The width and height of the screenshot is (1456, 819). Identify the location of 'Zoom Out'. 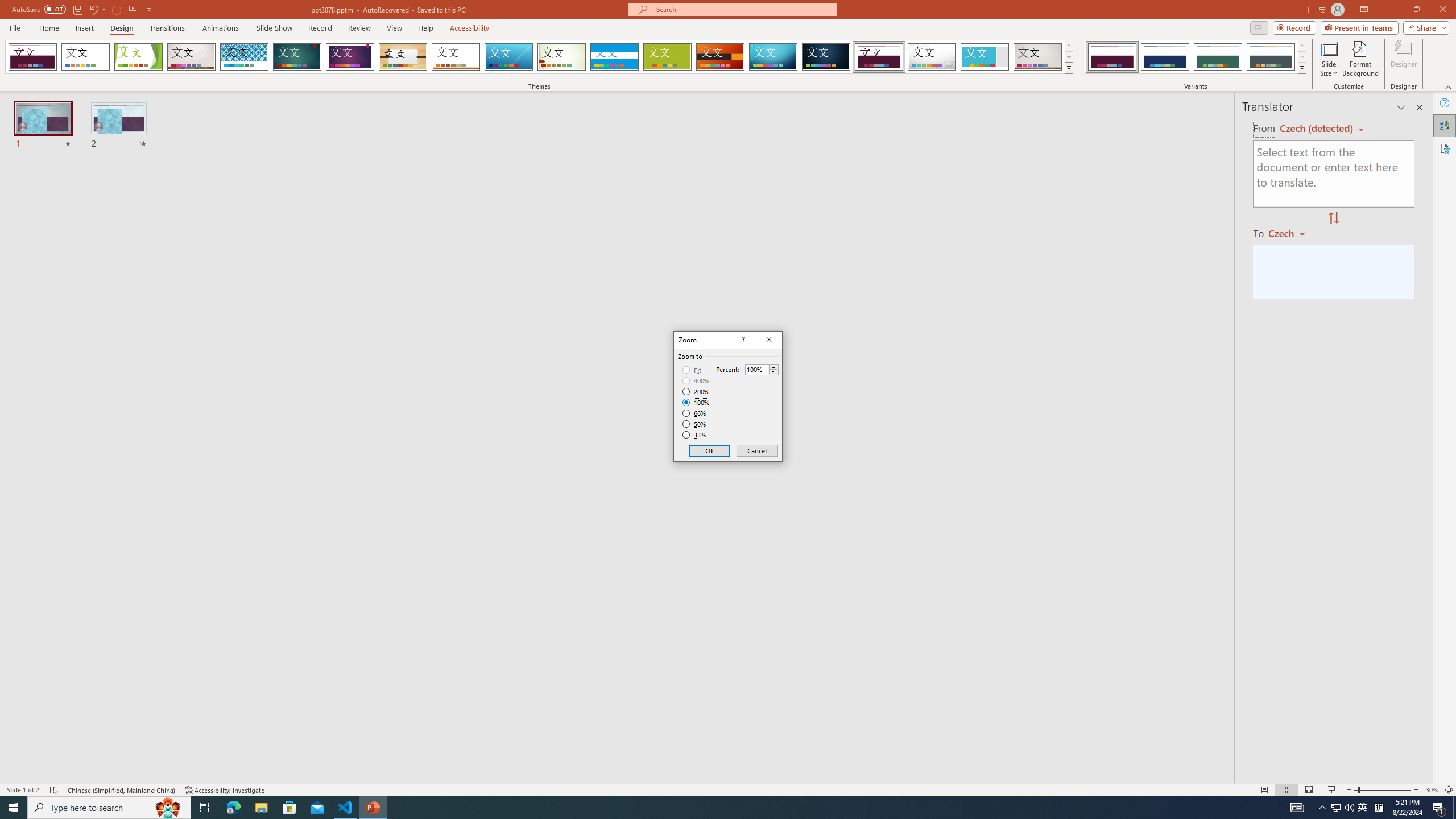
(1355, 790).